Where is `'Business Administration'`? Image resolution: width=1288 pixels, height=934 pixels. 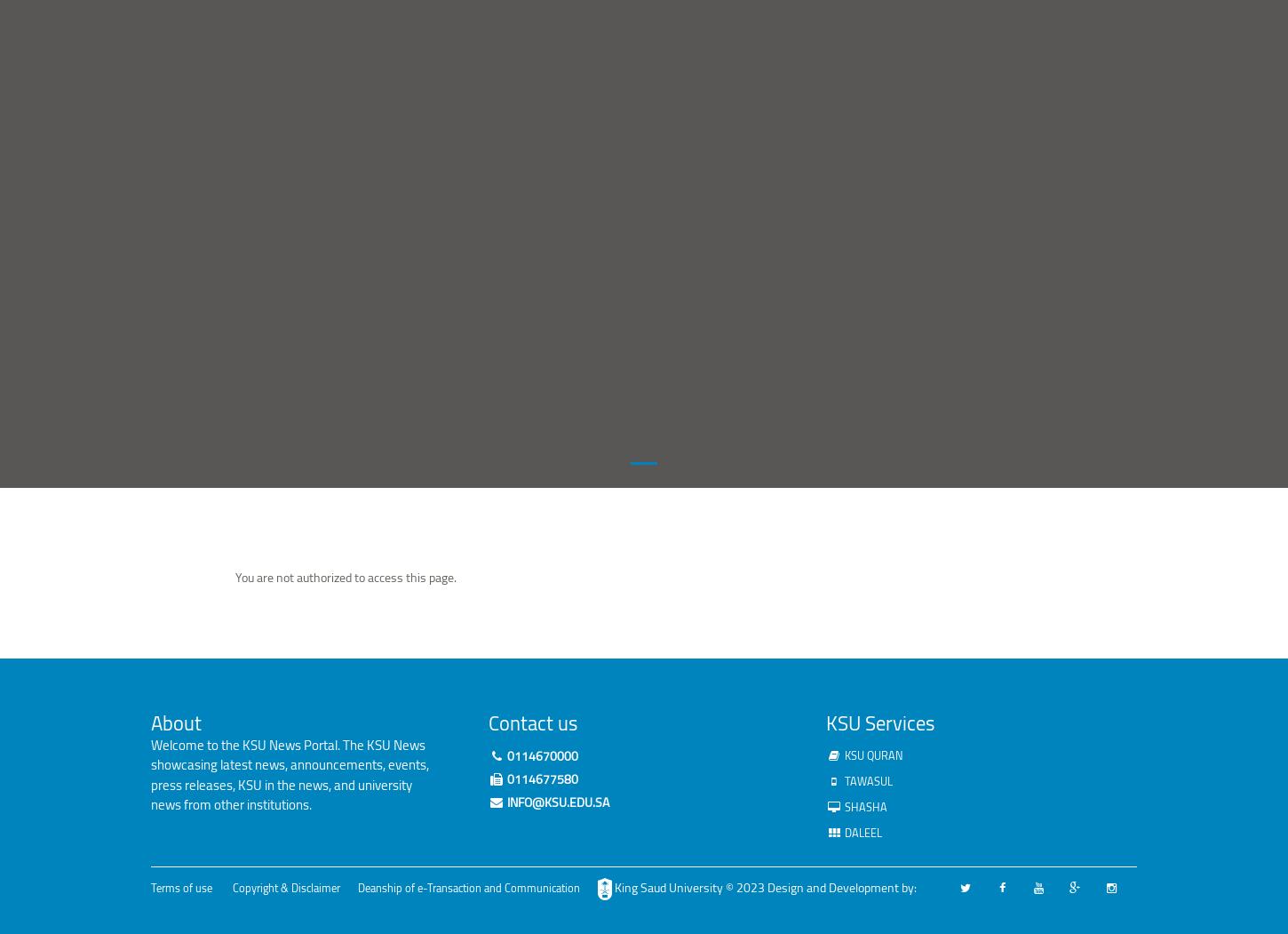 'Business Administration' is located at coordinates (527, 38).